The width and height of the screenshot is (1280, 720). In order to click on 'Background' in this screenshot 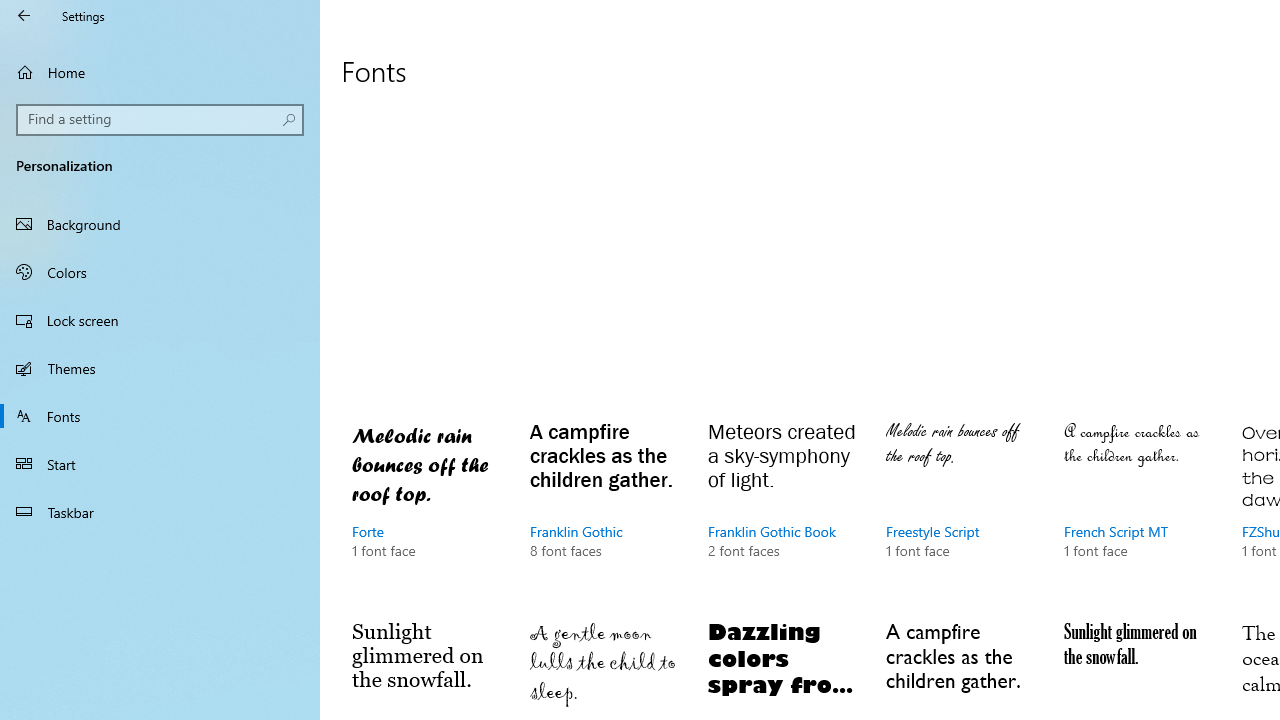, I will do `click(160, 223)`.